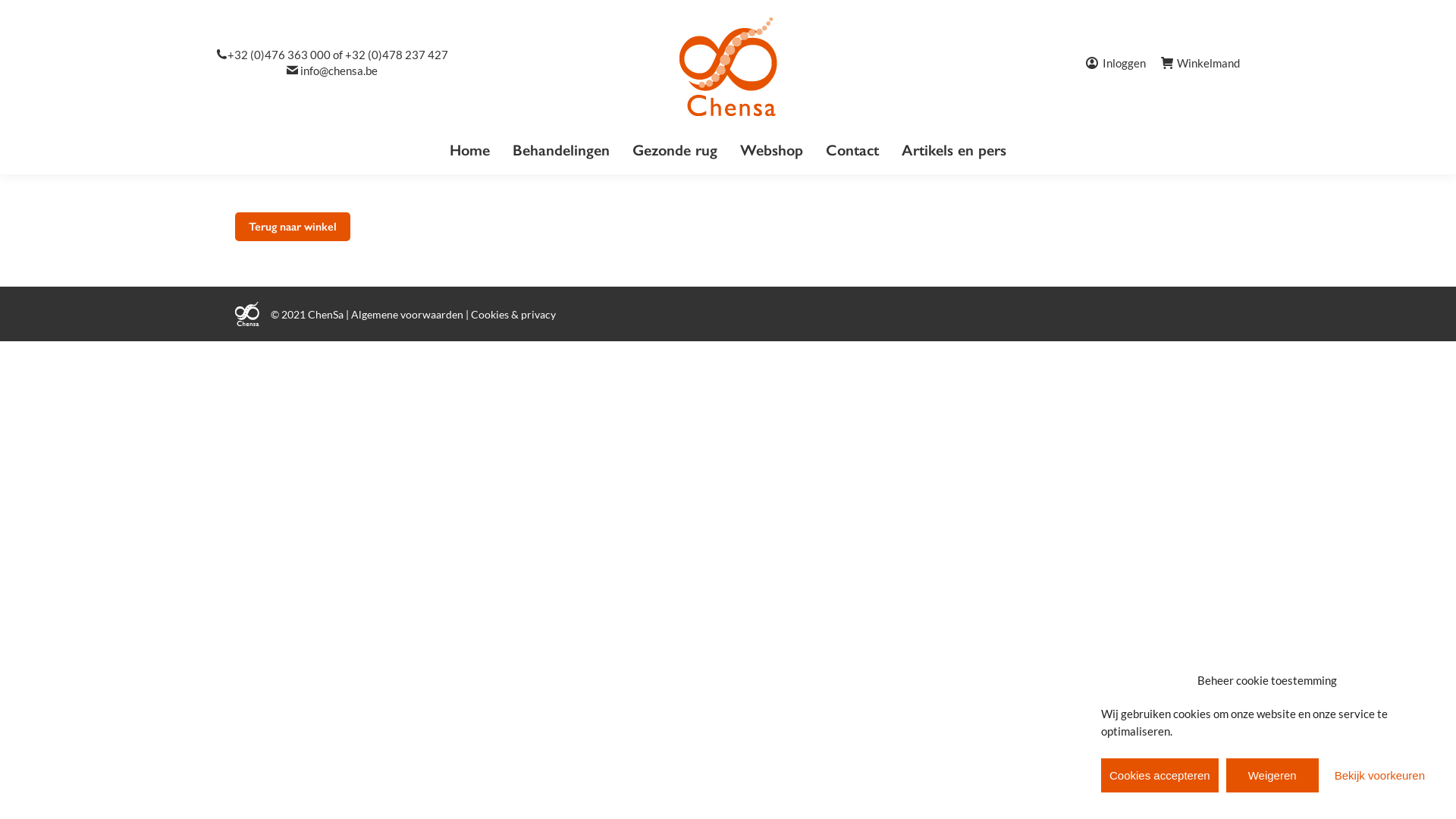  I want to click on 'Cookies accepteren', so click(1159, 775).